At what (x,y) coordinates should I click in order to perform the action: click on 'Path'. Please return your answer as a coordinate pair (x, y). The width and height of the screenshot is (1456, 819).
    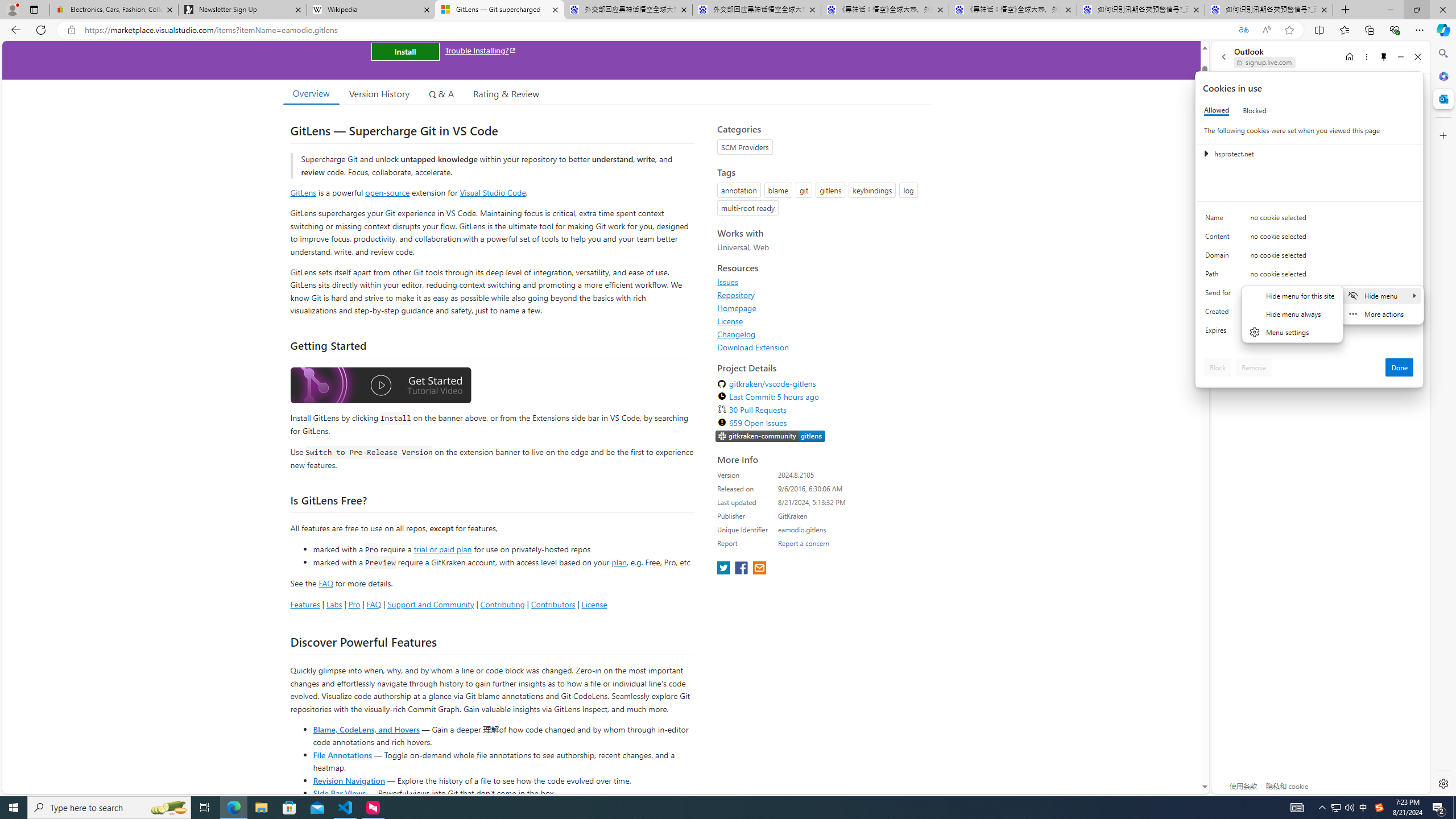
    Looking at the image, I should click on (1219, 276).